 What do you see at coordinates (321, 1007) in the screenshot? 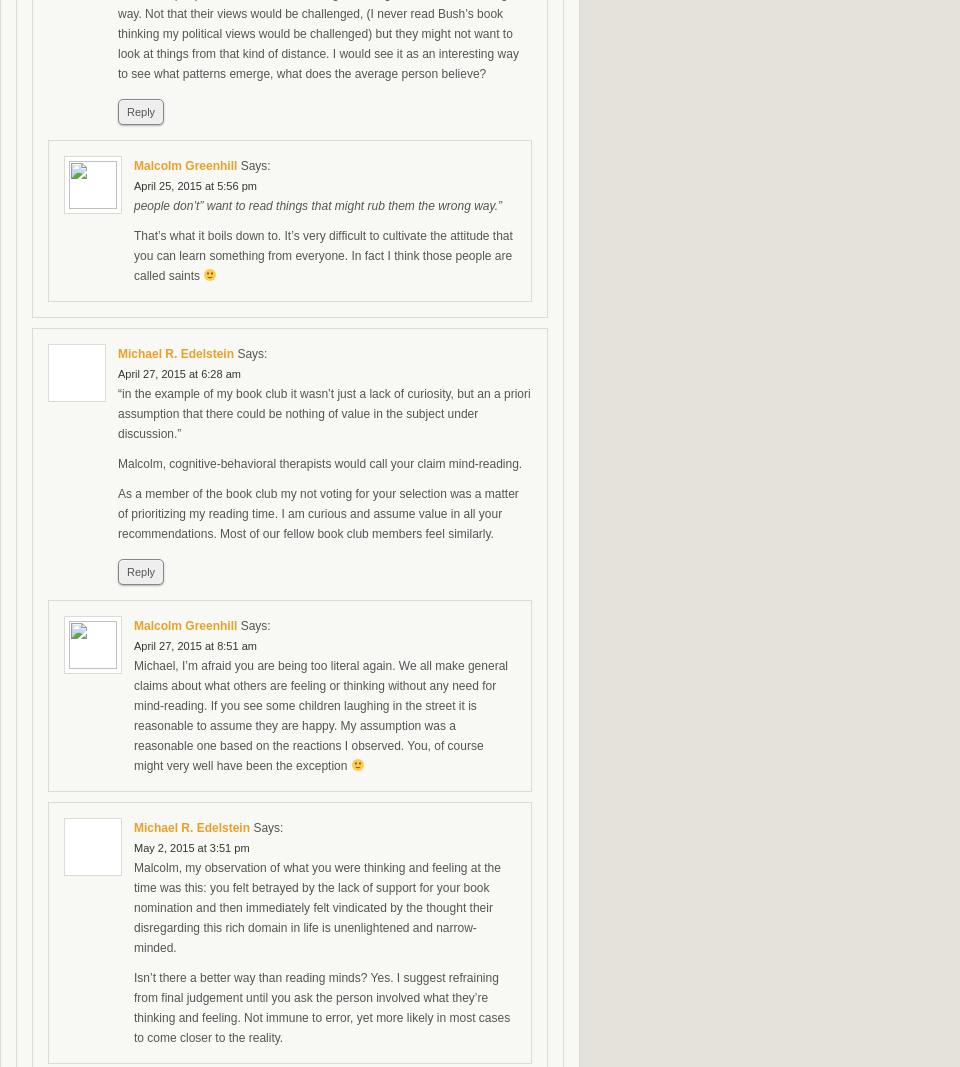
I see `'Isn’t there a better way than reading minds? Yes. I suggest refraining from final judgement until you ask the person involved what they’re thinking and feeling. Not immune to error, yet more likely in most cases to come closer to the reality.'` at bounding box center [321, 1007].